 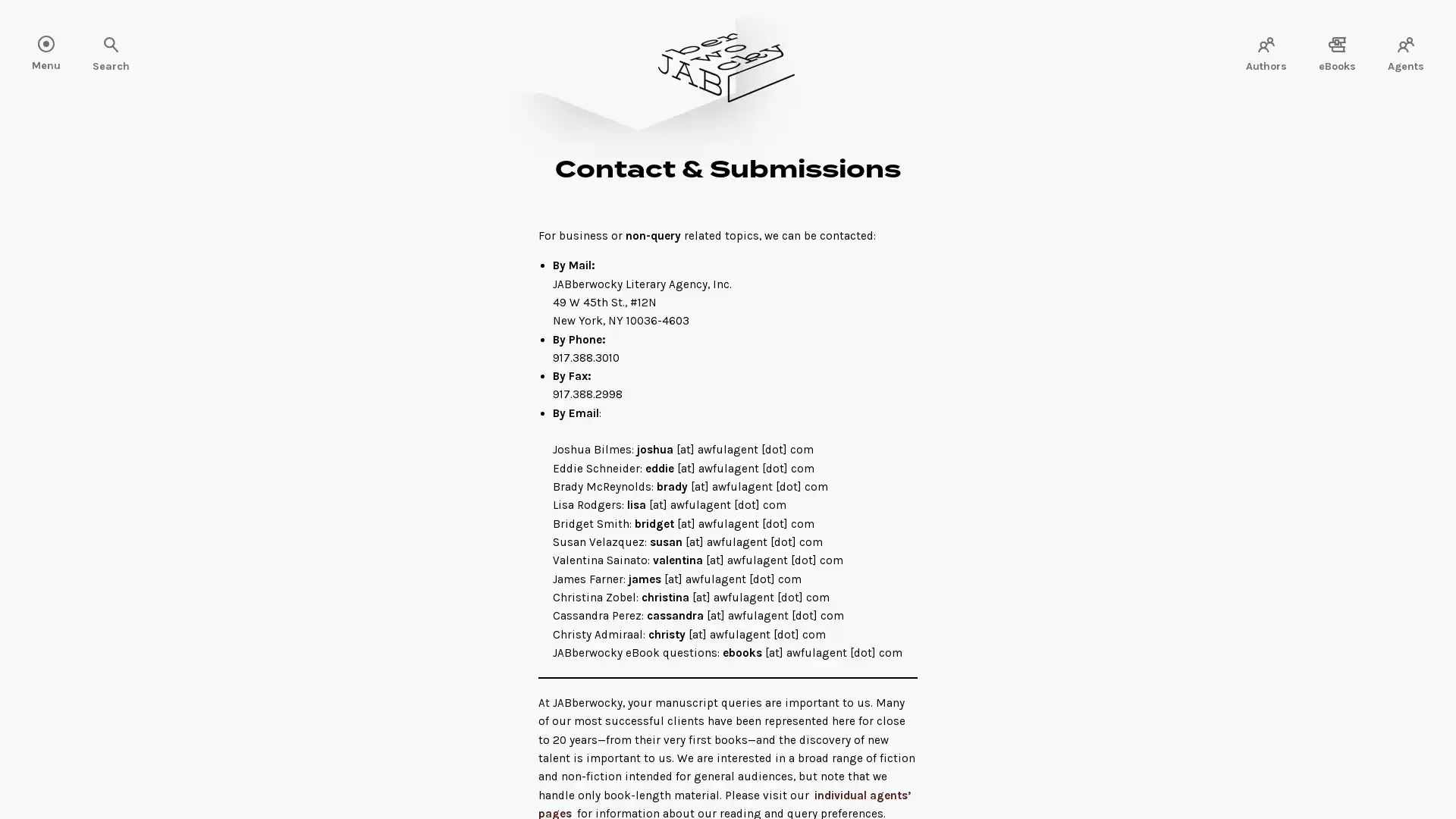 What do you see at coordinates (61, 45) in the screenshot?
I see `Search` at bounding box center [61, 45].